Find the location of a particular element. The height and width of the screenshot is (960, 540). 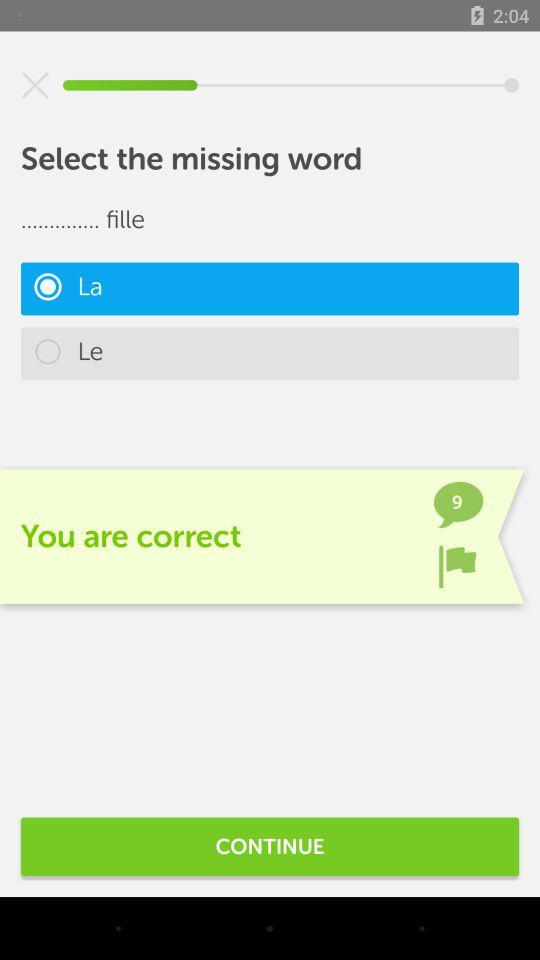

item to the right of you are correct is located at coordinates (457, 566).